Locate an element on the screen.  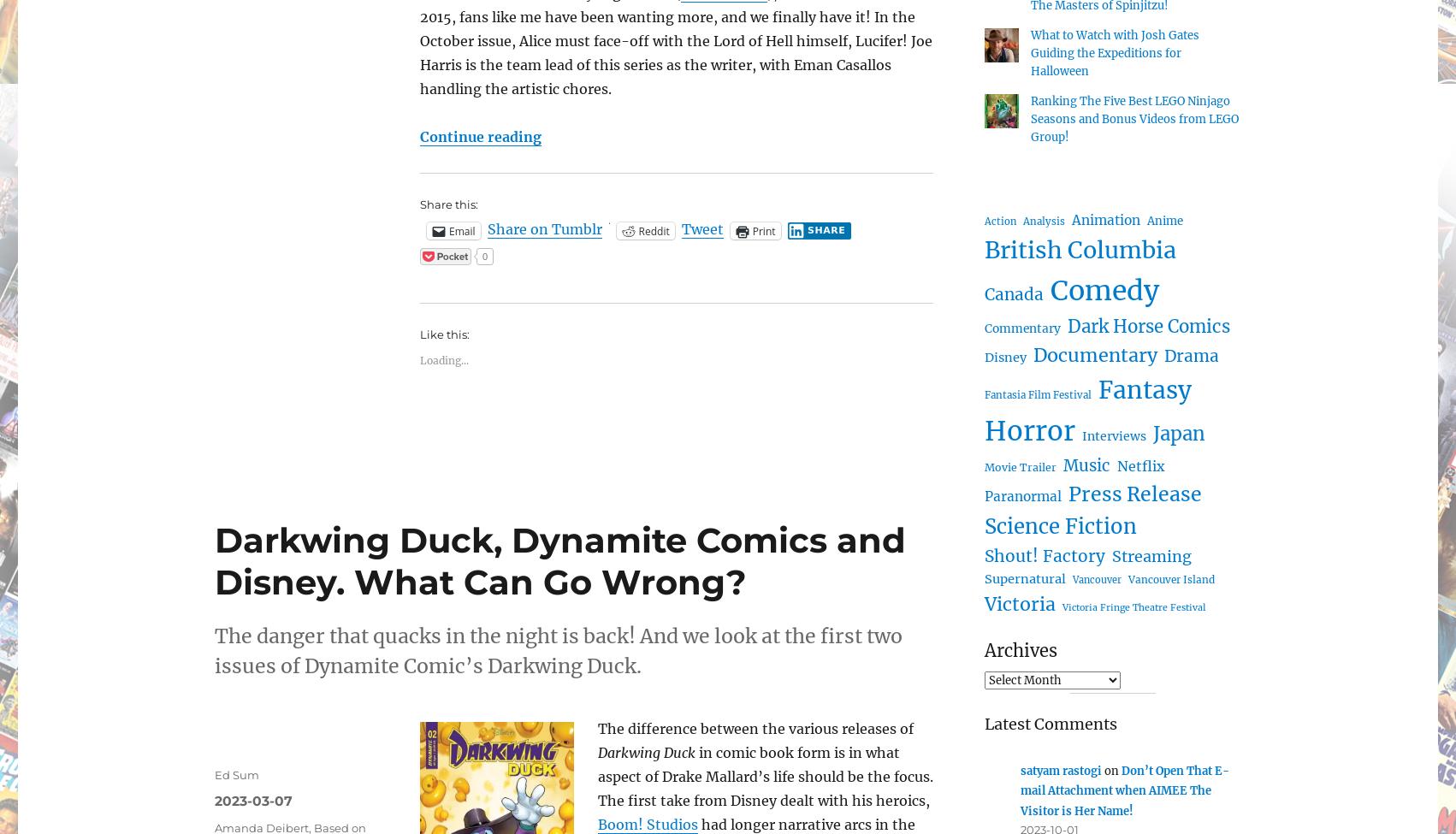
'Press Release' is located at coordinates (1134, 493).